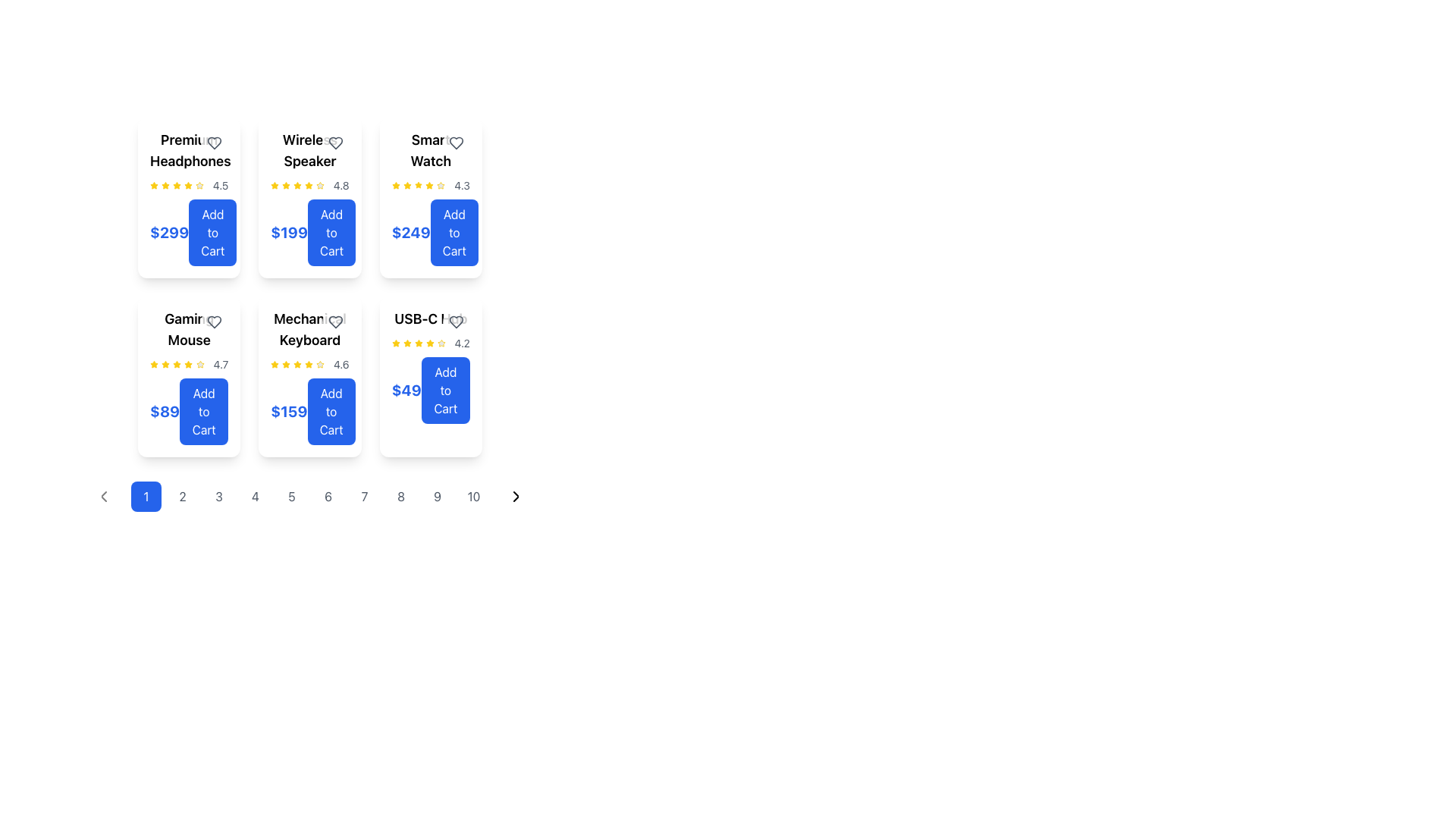 Image resolution: width=1456 pixels, height=819 pixels. I want to click on price displayed in the static text label showing '$299' in blue, bold, large text, located in the top left corner of the product card for 'Premium Headphones', so click(169, 233).